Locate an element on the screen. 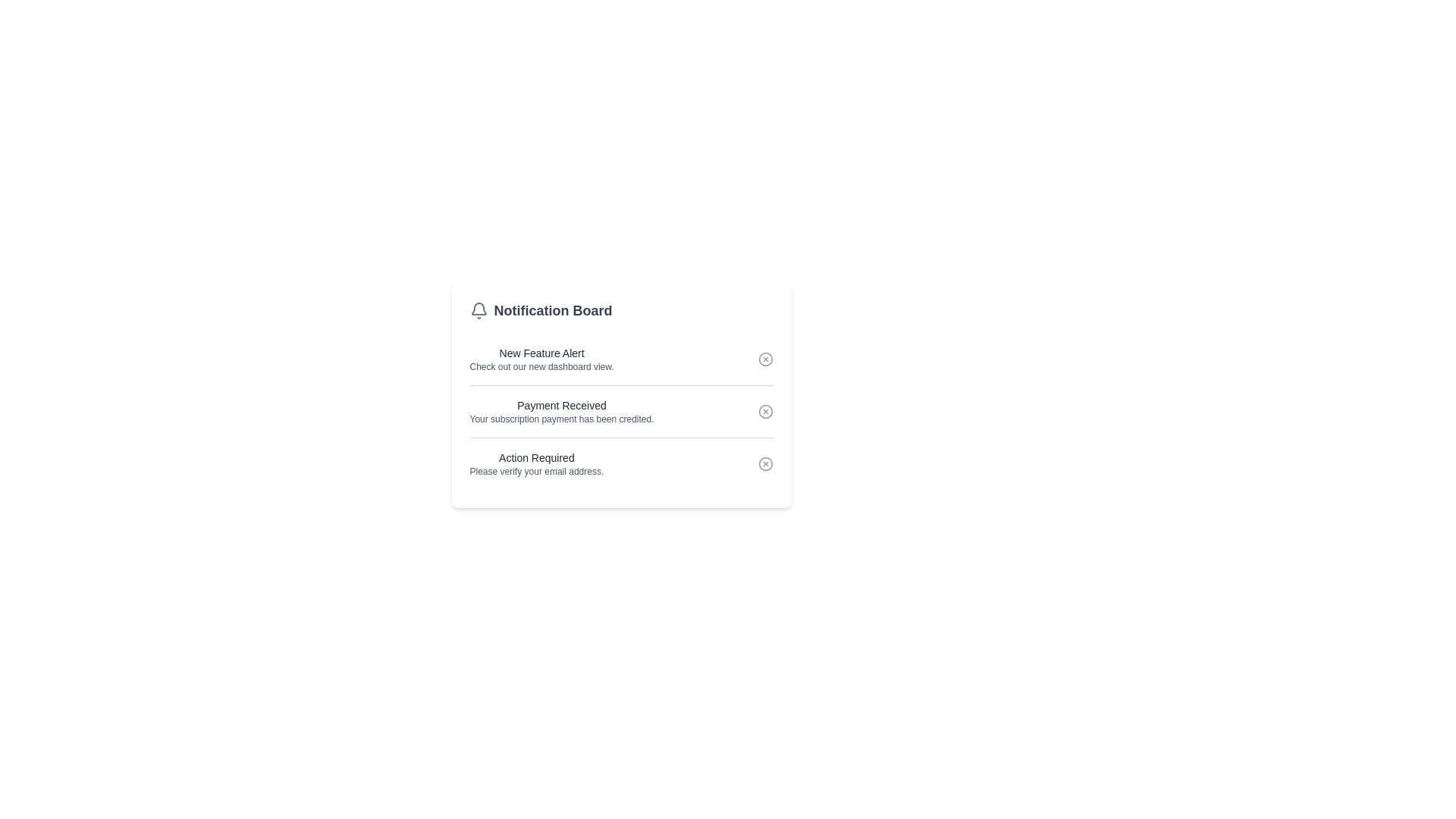 This screenshot has width=1456, height=819. the text element that reads 'Payment Received', which is styled in a small font size and medium weight, located within the 'Notification Board' card is located at coordinates (560, 405).